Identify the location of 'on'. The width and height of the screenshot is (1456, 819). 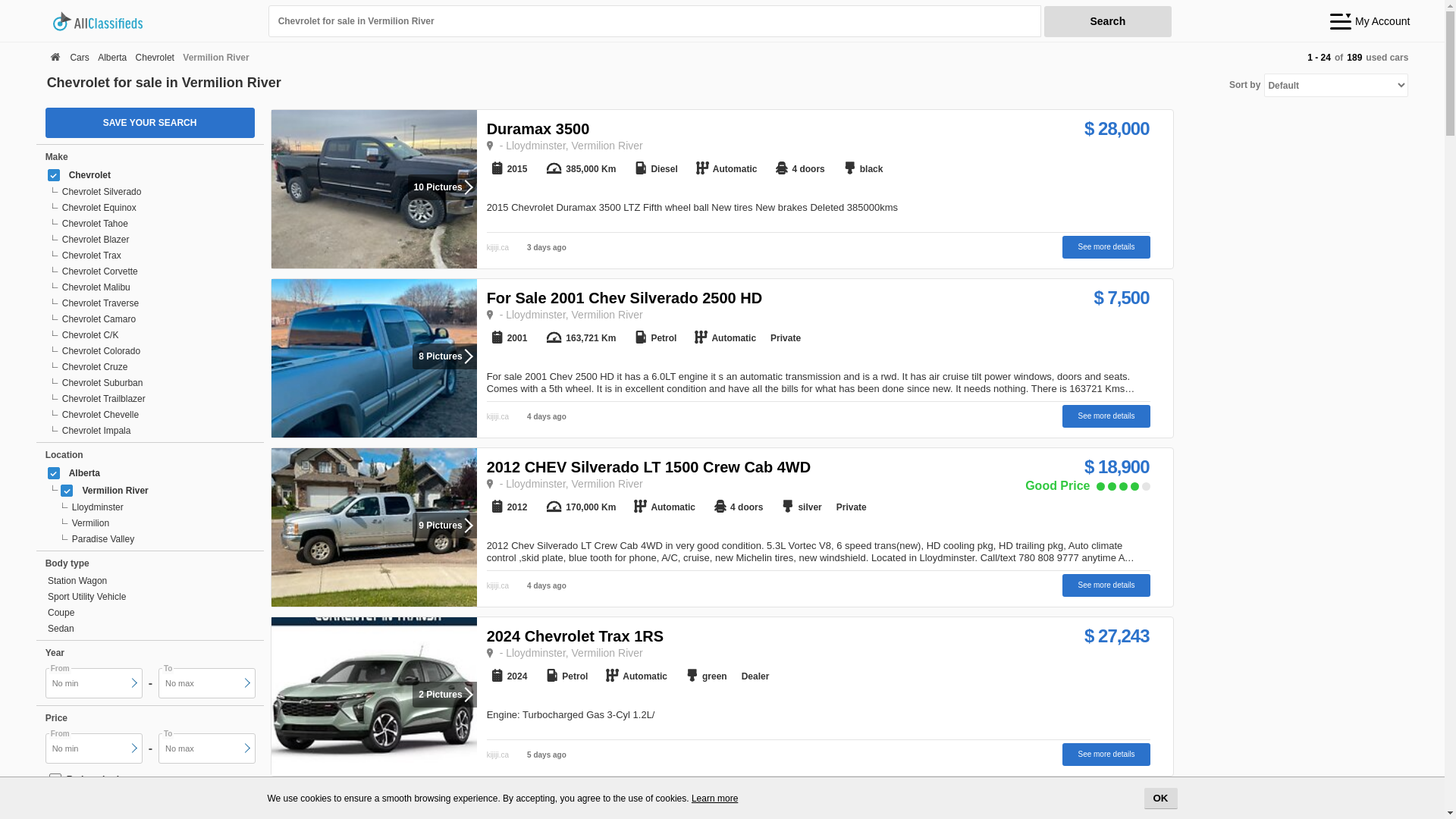
(65, 491).